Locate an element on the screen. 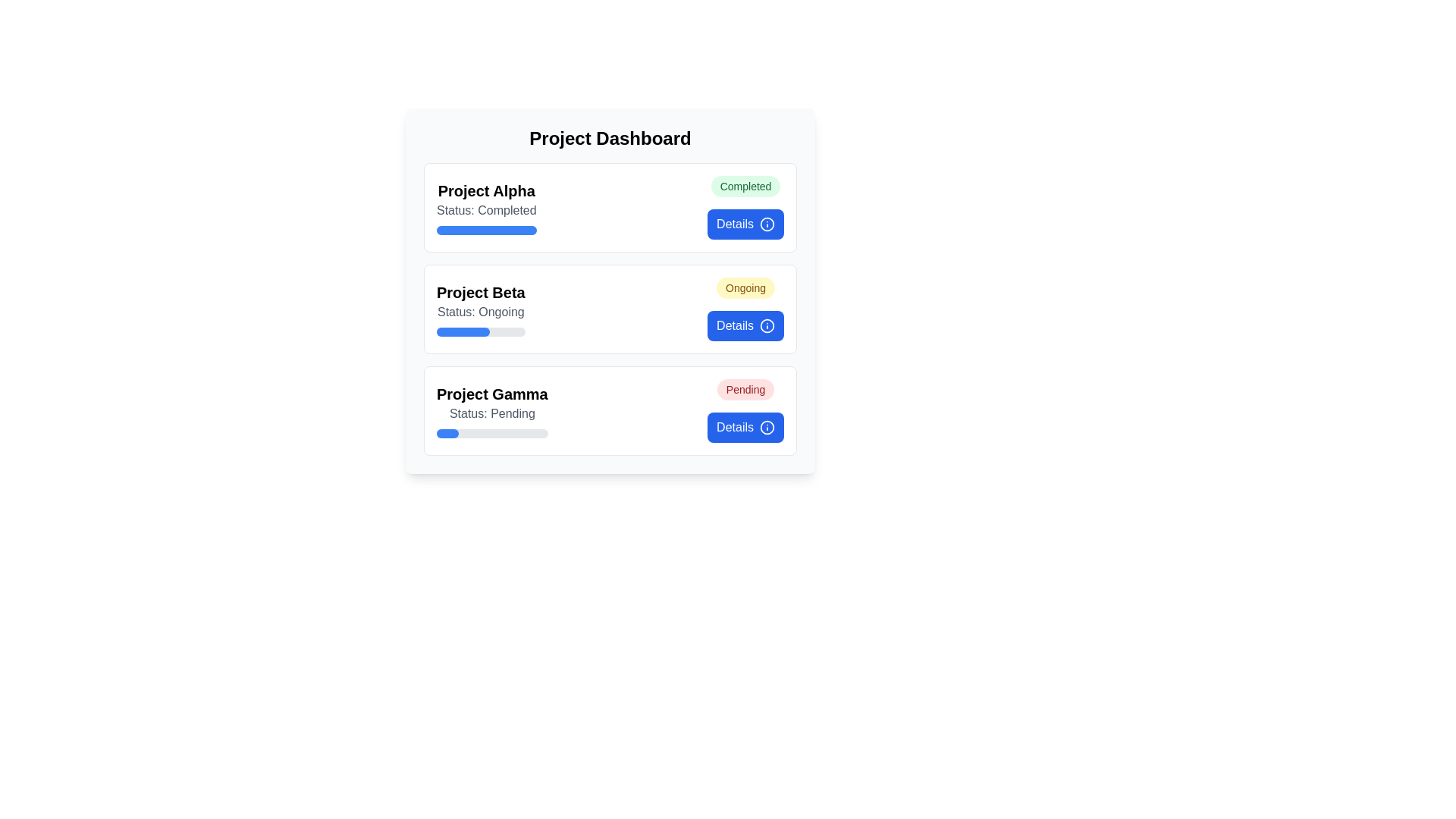  the 'Details' button with a blue background and white text located under the 'Completed' label in the 'Project Alpha' card is located at coordinates (745, 224).